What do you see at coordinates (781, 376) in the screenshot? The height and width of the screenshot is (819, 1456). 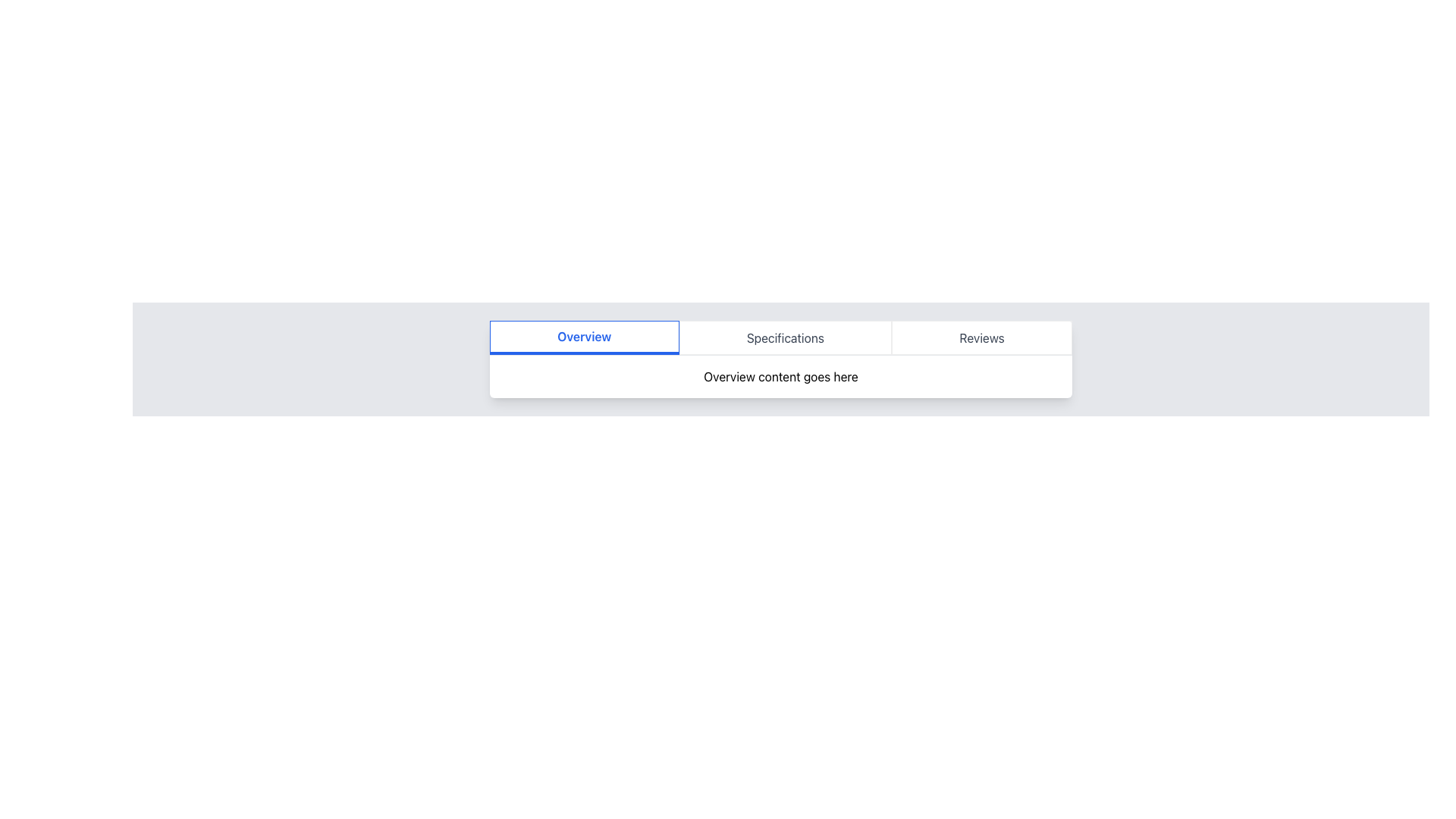 I see `the text block that displays information relevant to the 'Overview' tab, located below the navigation tabs such as 'Overview', 'Specifications', and 'Reviews'` at bounding box center [781, 376].